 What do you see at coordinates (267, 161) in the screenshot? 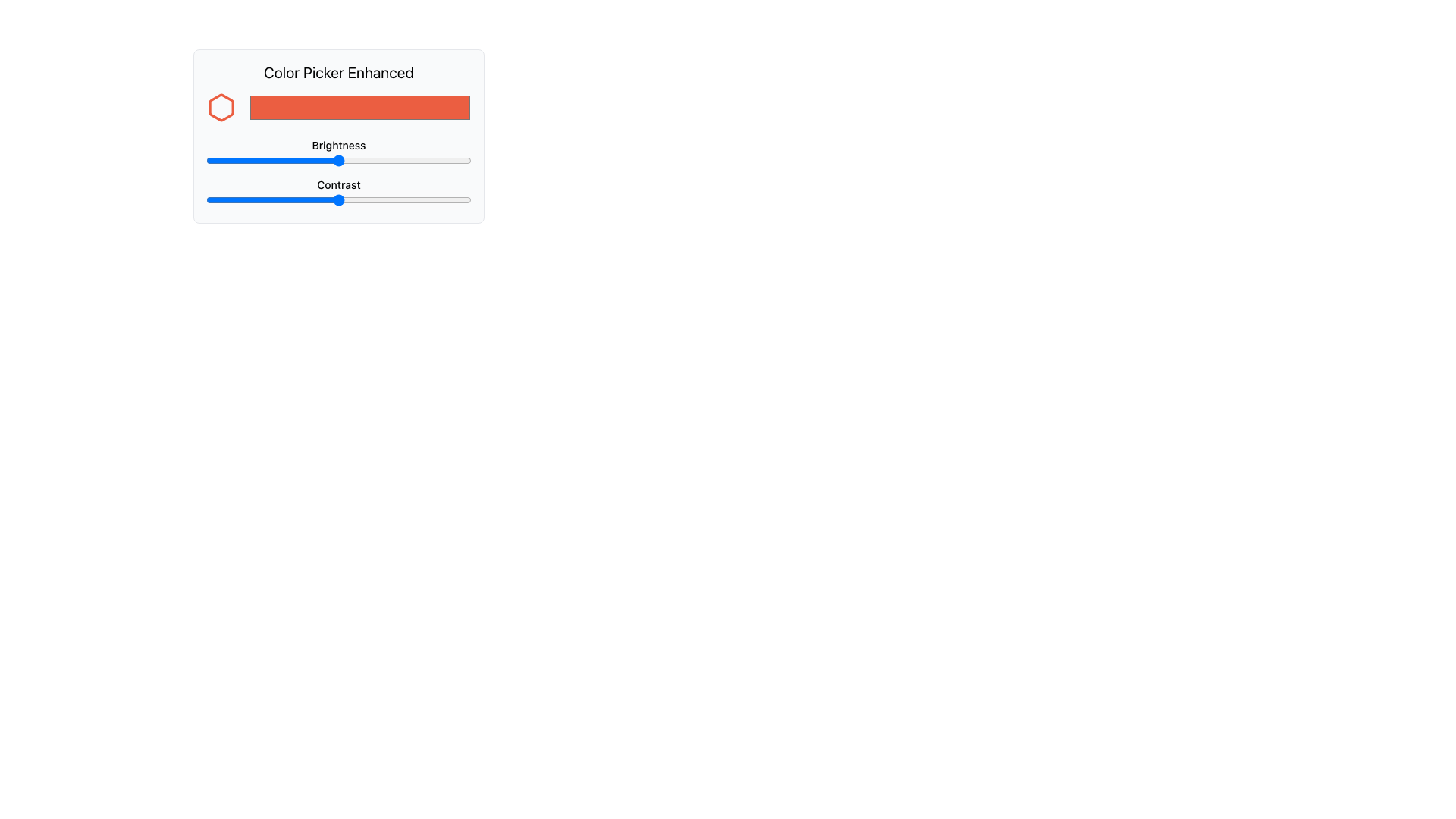
I see `brightness level` at bounding box center [267, 161].